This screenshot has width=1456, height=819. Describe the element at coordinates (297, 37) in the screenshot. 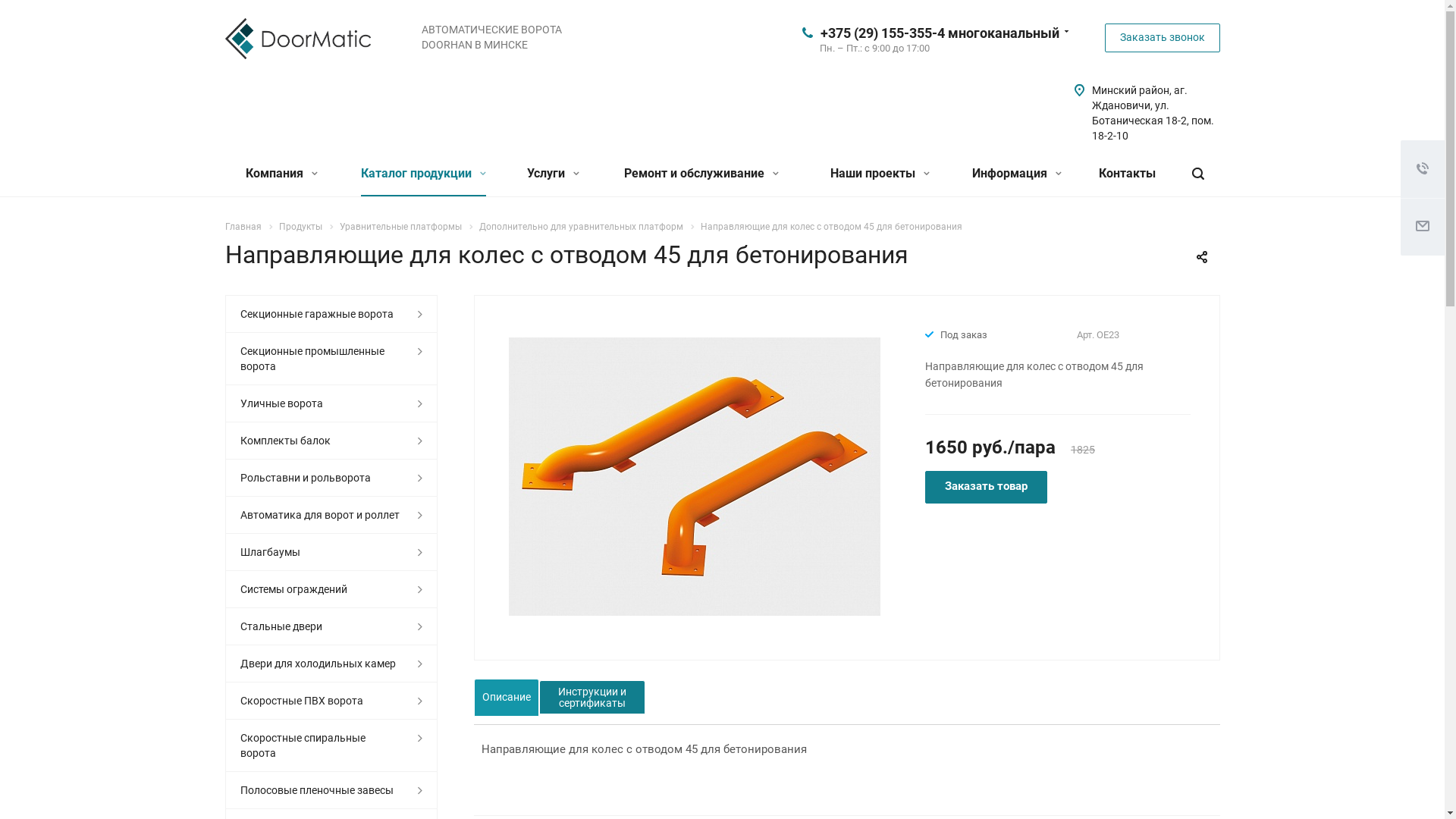

I see `'doormatic'` at that location.